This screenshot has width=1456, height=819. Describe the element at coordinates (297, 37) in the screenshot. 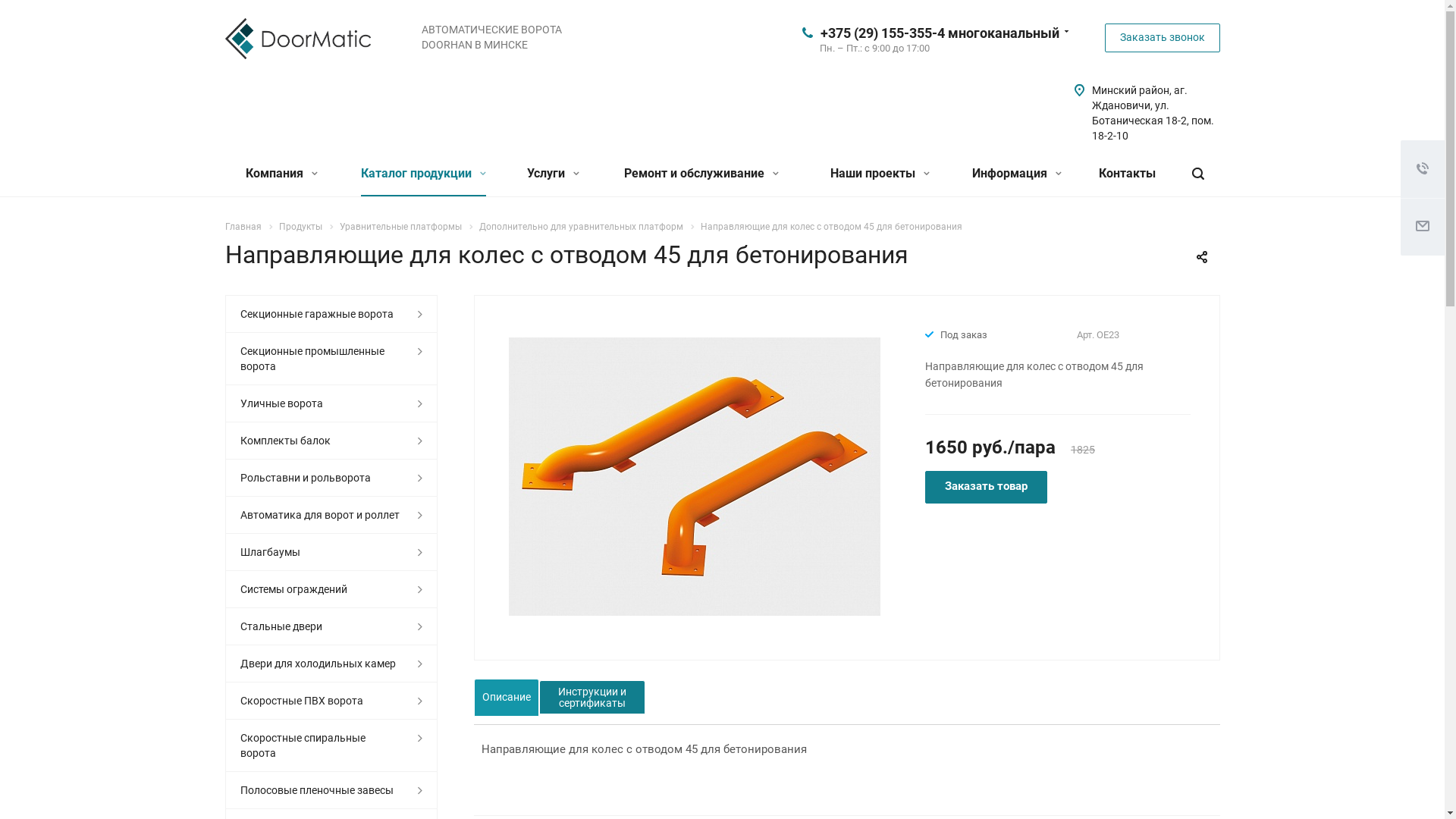

I see `'doormatic'` at that location.